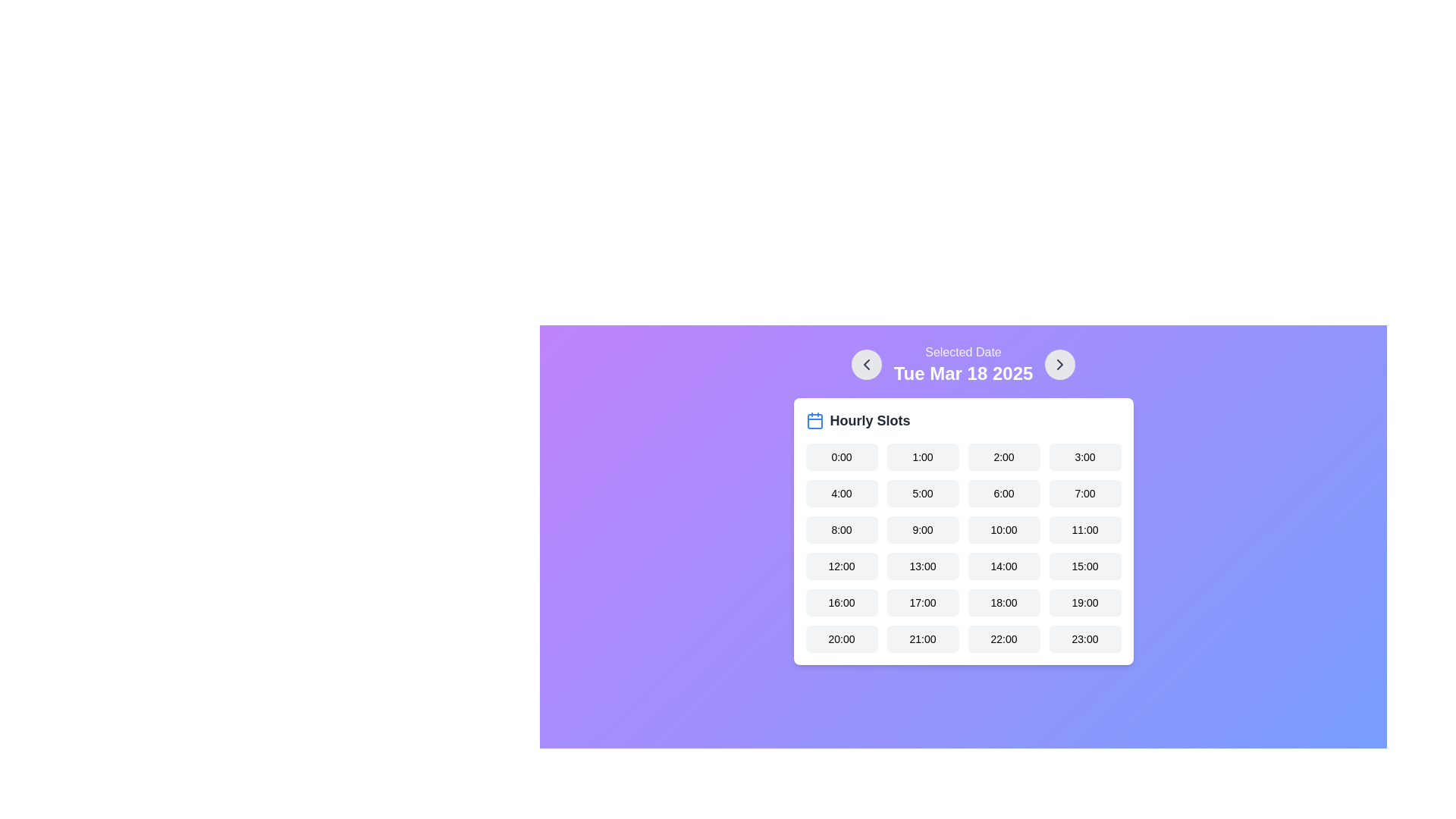 This screenshot has width=1456, height=819. I want to click on the small rectangular button with rounded corners and a light grey background displaying '5:00' in black, located in the second row and second column of a grid of time options, so click(922, 494).